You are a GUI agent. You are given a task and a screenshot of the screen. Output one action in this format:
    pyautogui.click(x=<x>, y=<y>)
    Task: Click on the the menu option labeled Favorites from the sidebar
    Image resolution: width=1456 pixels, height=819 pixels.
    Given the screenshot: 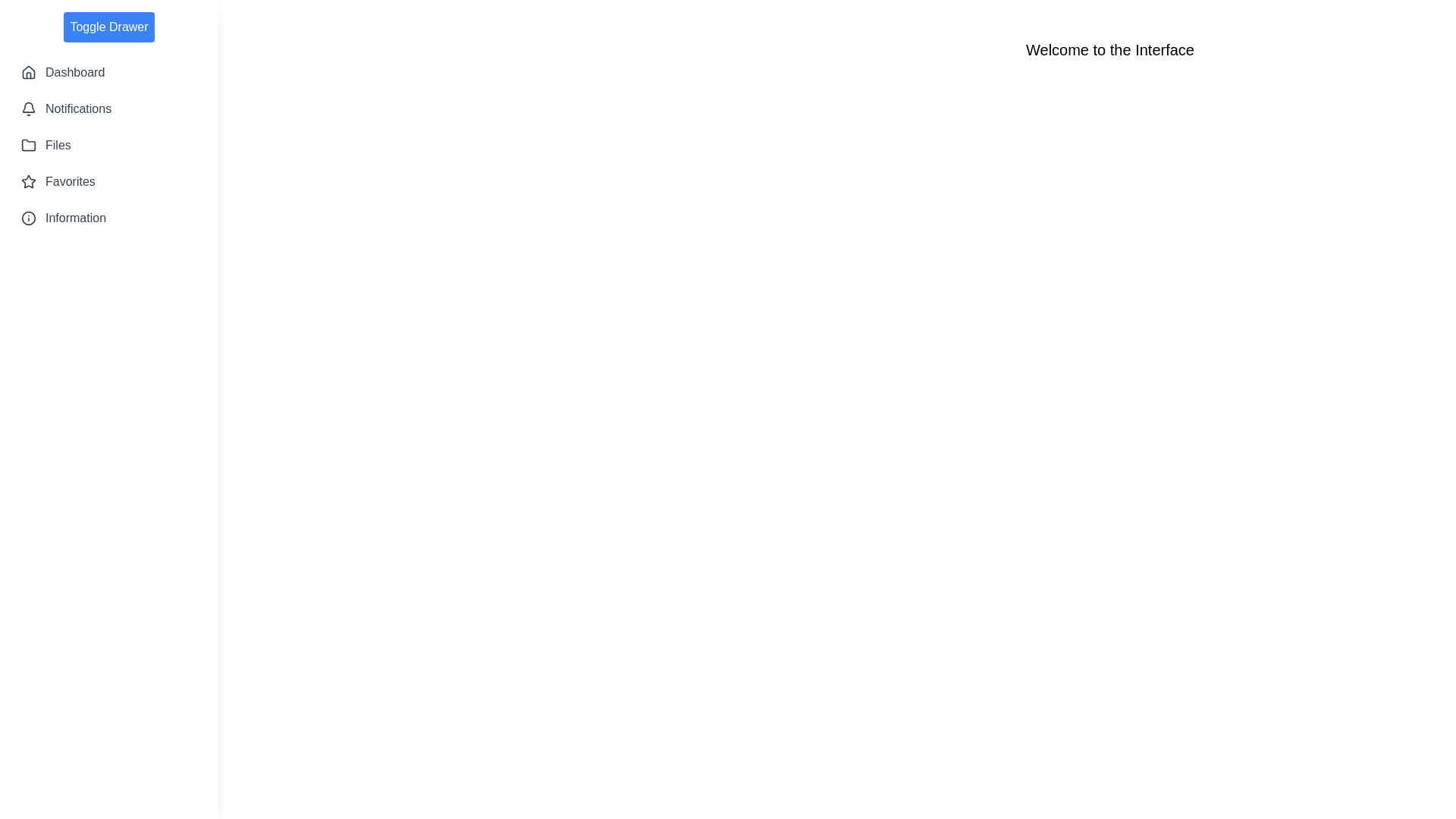 What is the action you would take?
    pyautogui.click(x=108, y=180)
    